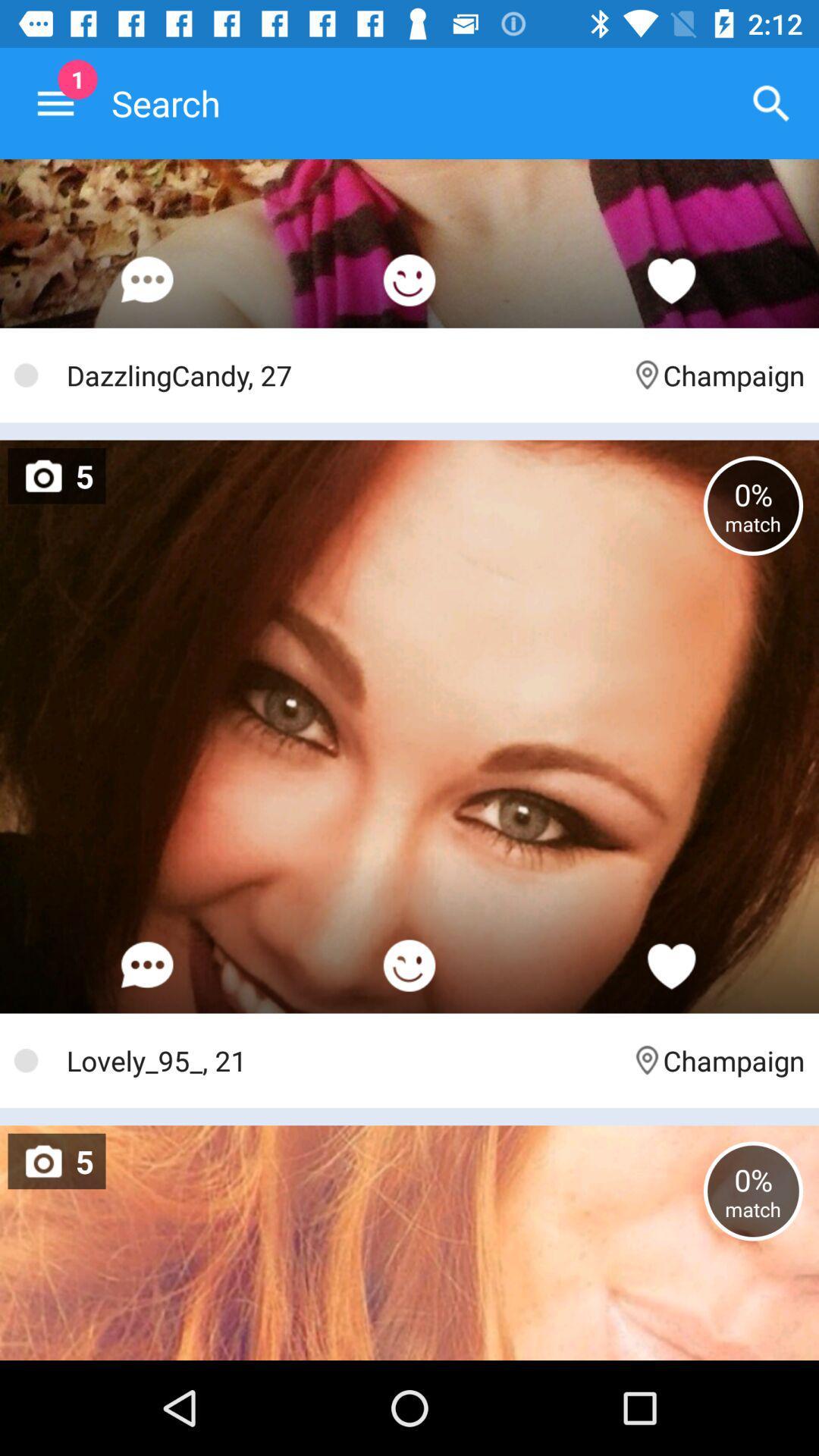 This screenshot has width=819, height=1456. What do you see at coordinates (341, 1059) in the screenshot?
I see `the icon next to the champaign` at bounding box center [341, 1059].